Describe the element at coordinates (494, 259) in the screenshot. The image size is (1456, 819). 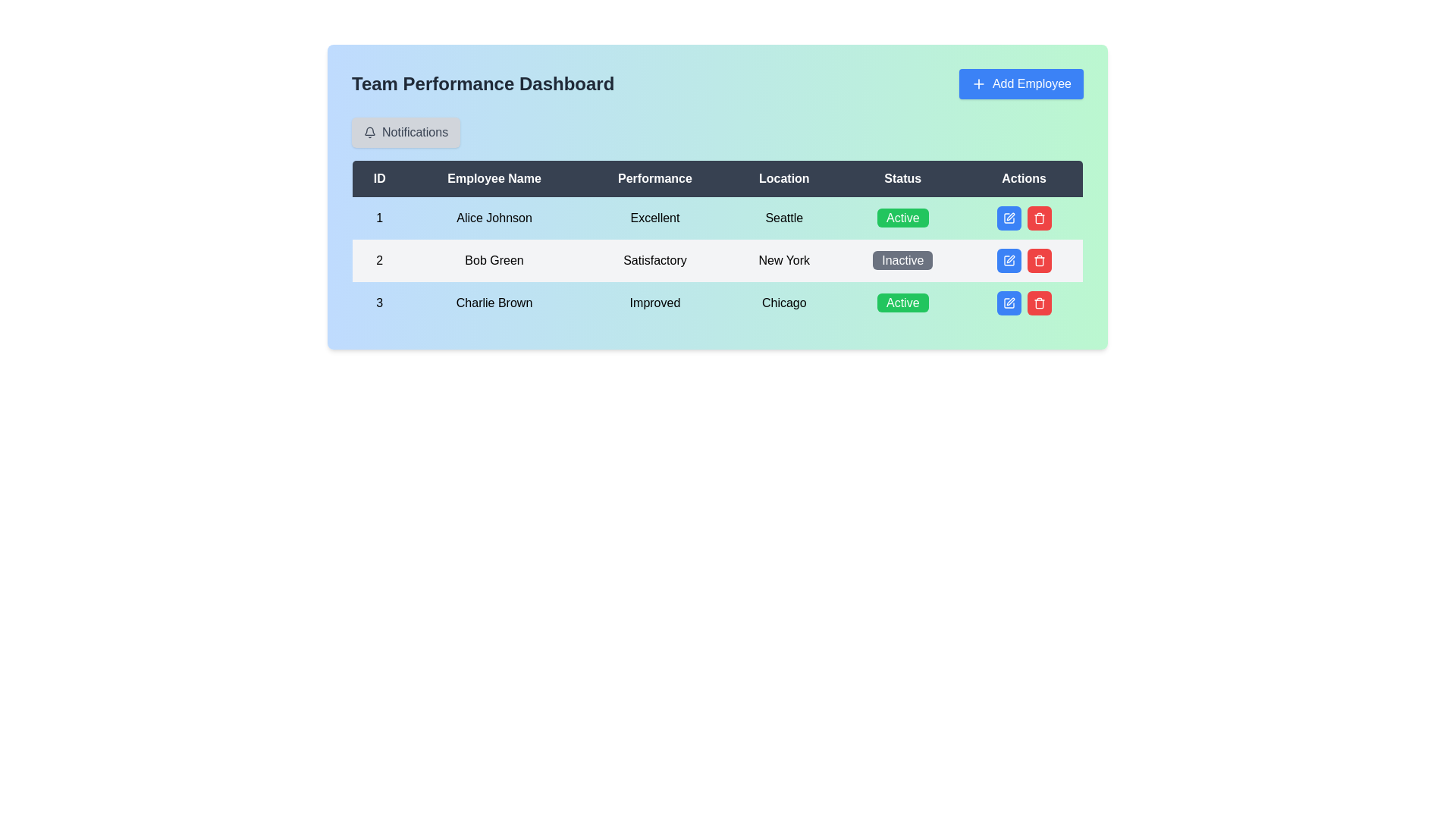
I see `the text label 'Bob Green' in the second row of the table under the 'Employee Name' column` at that location.